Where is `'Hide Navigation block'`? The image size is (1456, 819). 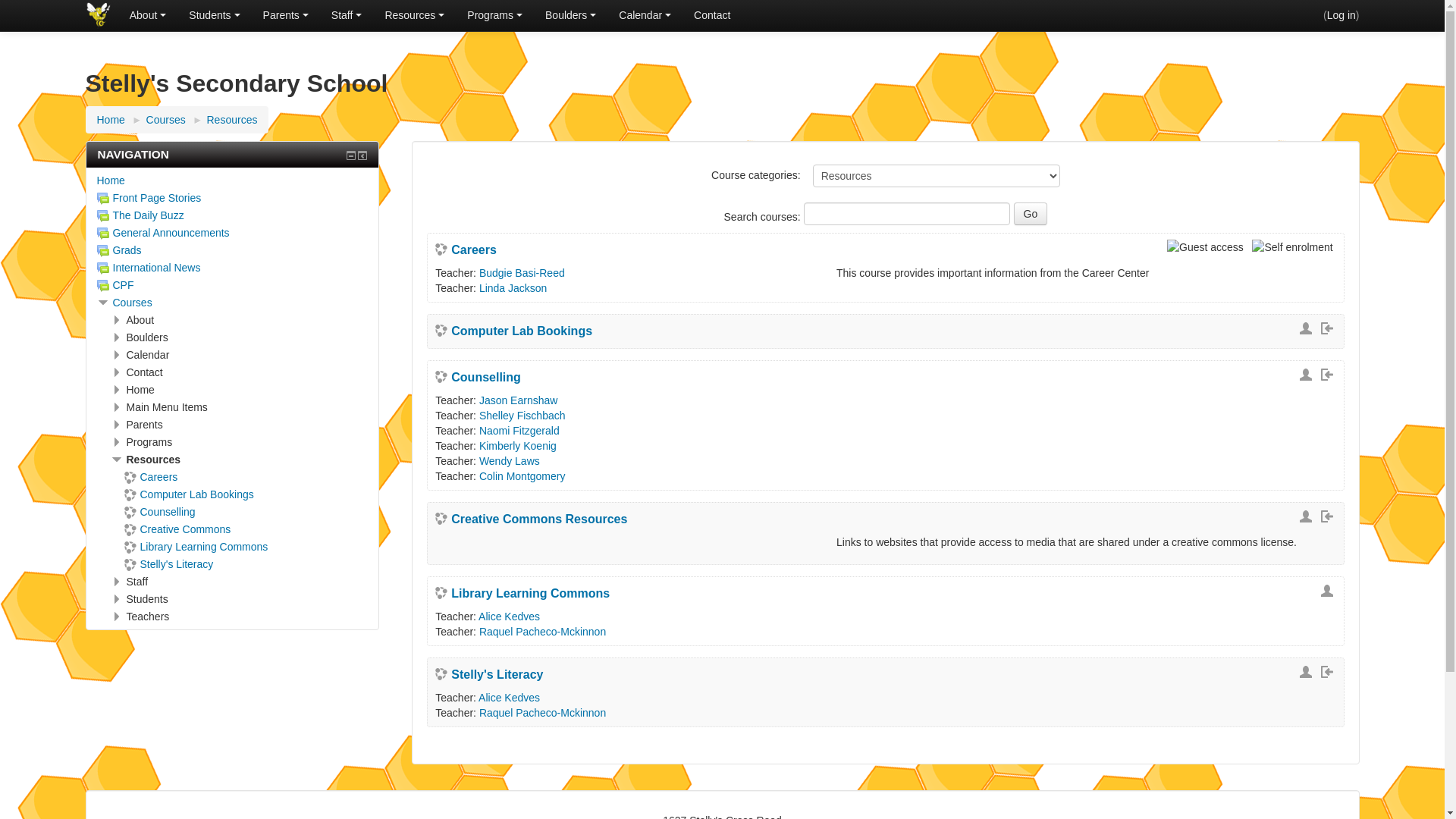
'Hide Navigation block' is located at coordinates (350, 155).